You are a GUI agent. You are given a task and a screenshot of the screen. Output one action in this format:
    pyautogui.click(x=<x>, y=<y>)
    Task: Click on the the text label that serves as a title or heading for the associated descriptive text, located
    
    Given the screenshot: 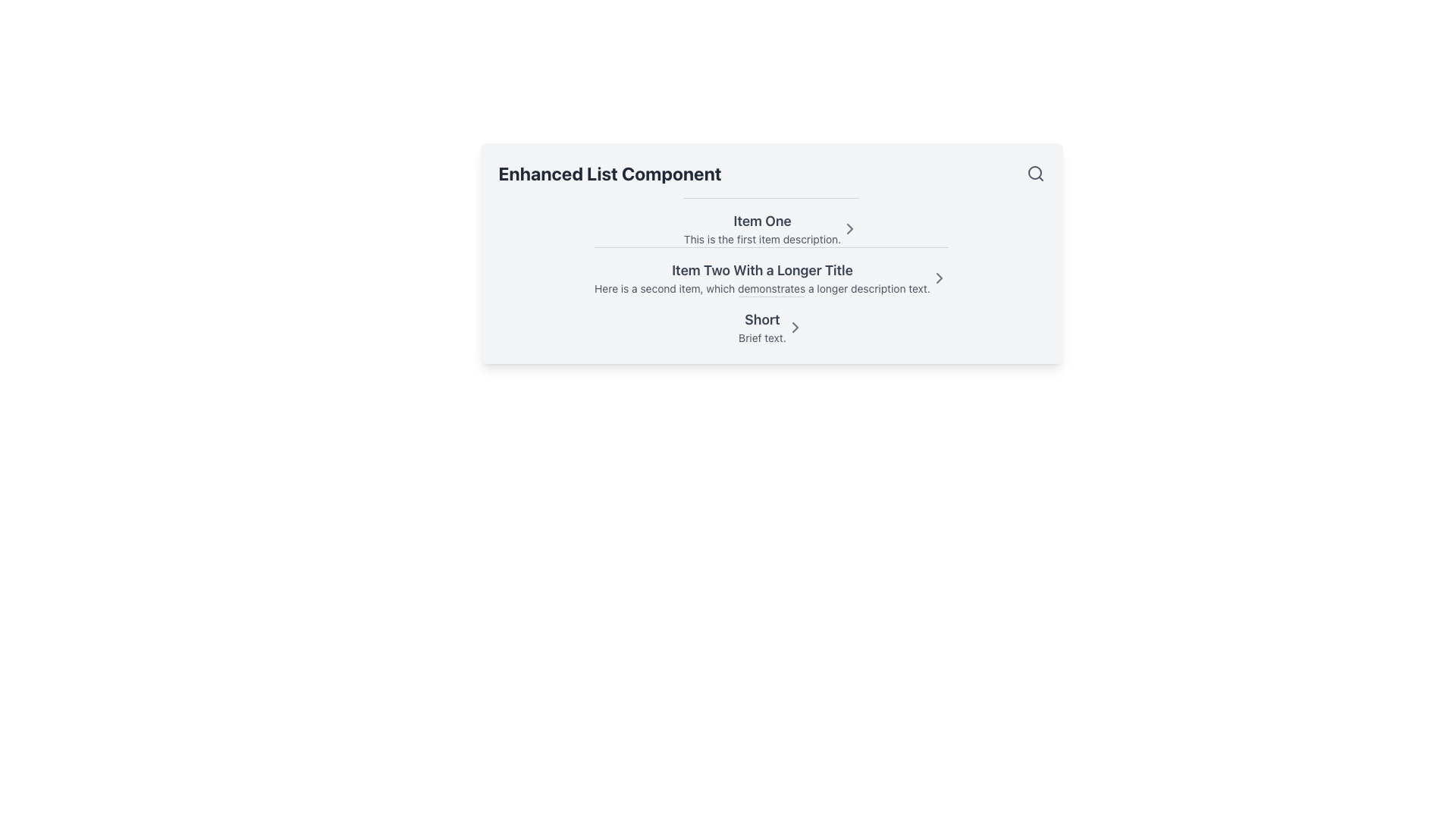 What is the action you would take?
    pyautogui.click(x=762, y=318)
    